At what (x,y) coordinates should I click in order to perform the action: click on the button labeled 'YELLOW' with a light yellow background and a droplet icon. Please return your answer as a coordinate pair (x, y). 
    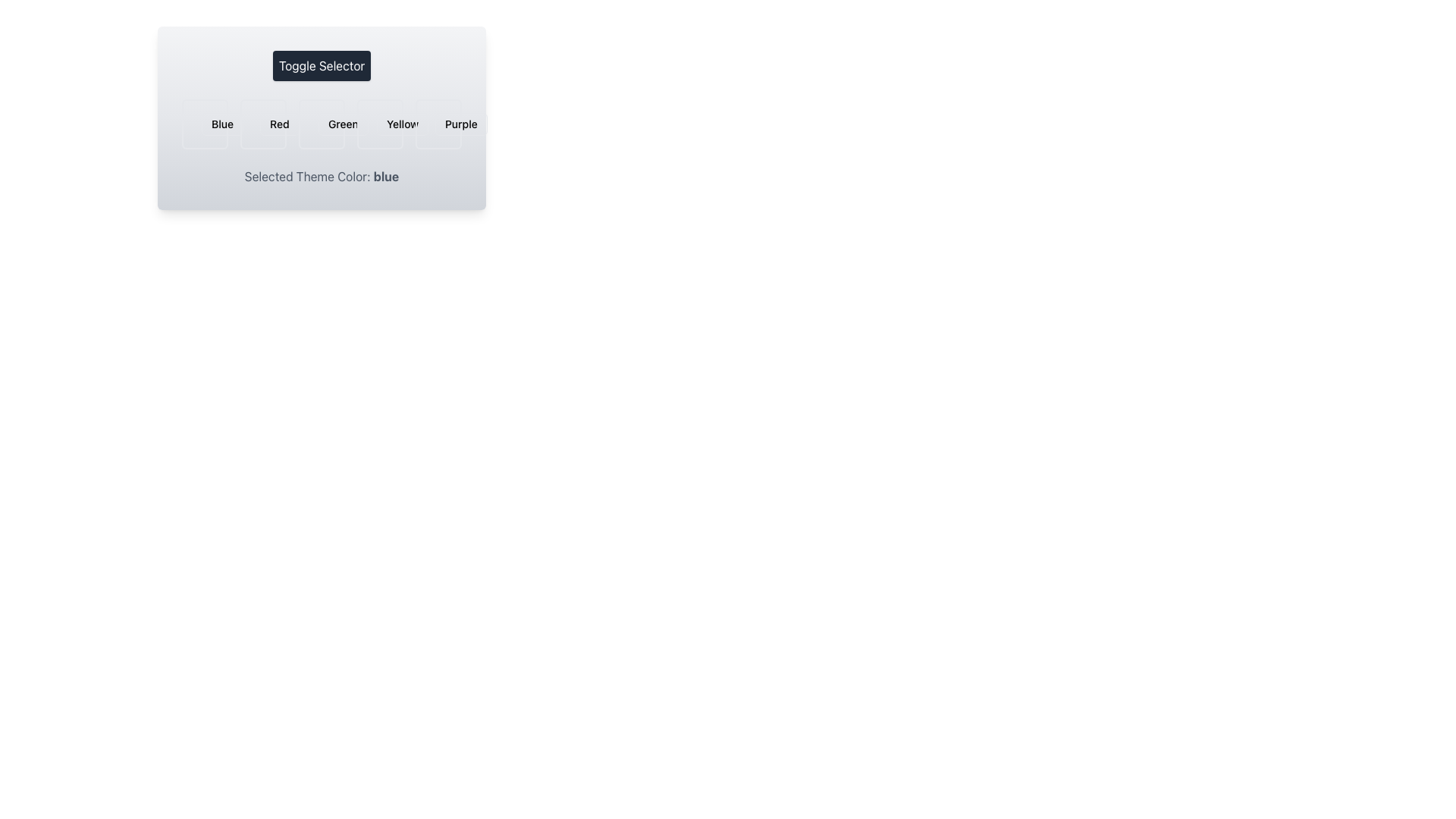
    Looking at the image, I should click on (380, 124).